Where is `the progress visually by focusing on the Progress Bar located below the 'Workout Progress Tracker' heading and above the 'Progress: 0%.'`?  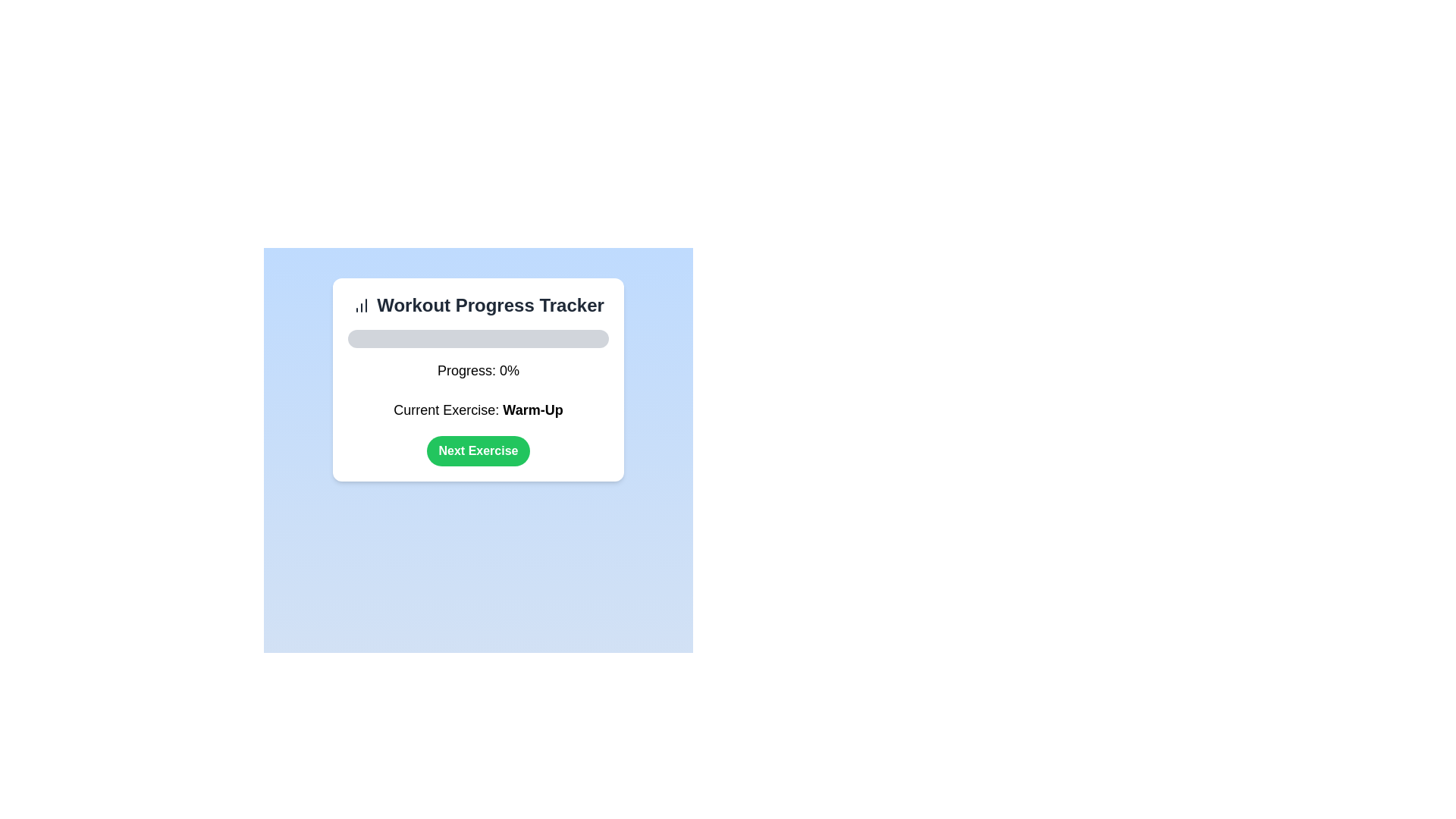
the progress visually by focusing on the Progress Bar located below the 'Workout Progress Tracker' heading and above the 'Progress: 0%.' is located at coordinates (477, 338).